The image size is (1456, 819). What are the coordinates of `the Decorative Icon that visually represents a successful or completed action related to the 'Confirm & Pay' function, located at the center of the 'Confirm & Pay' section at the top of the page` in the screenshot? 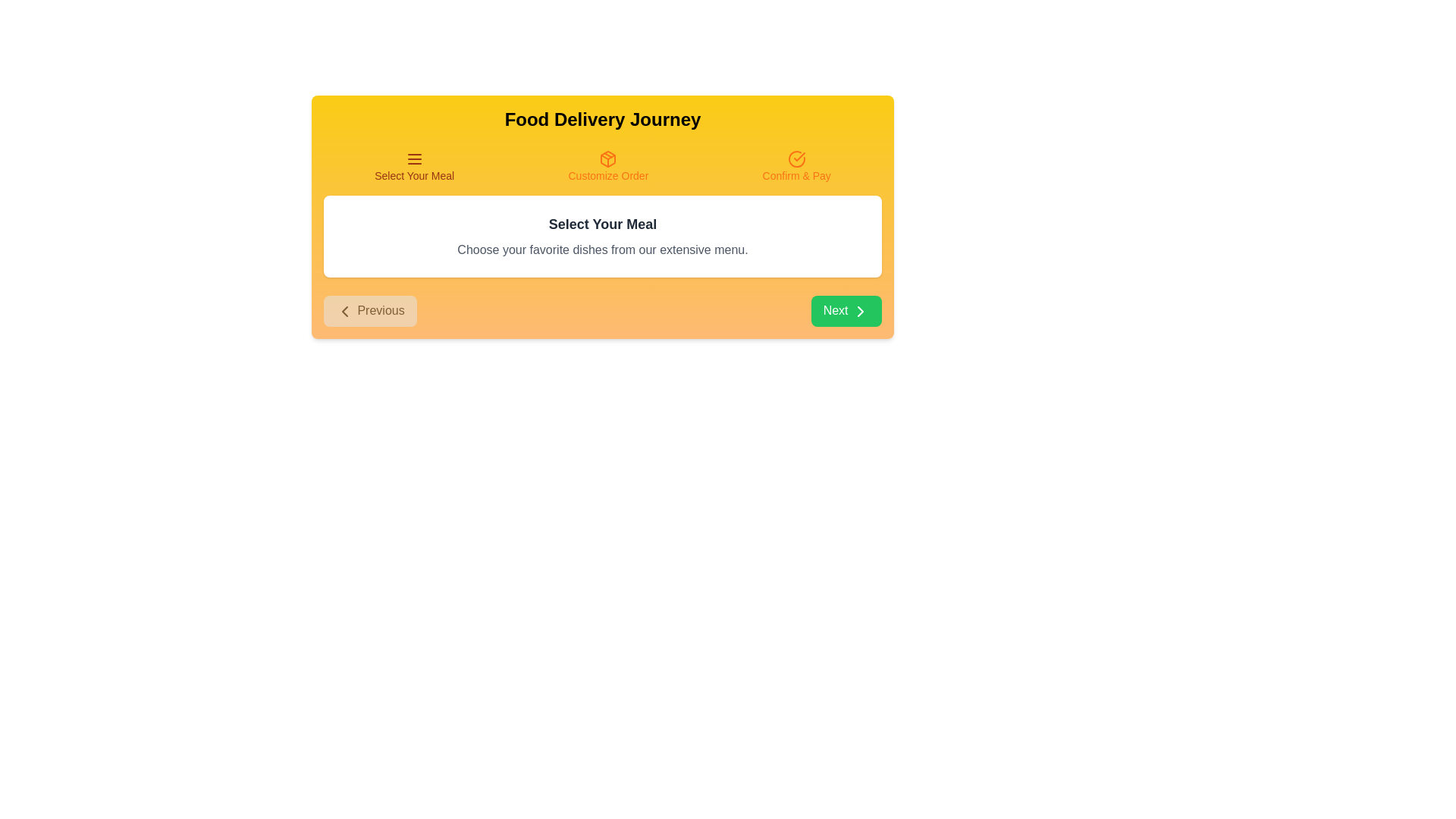 It's located at (799, 157).